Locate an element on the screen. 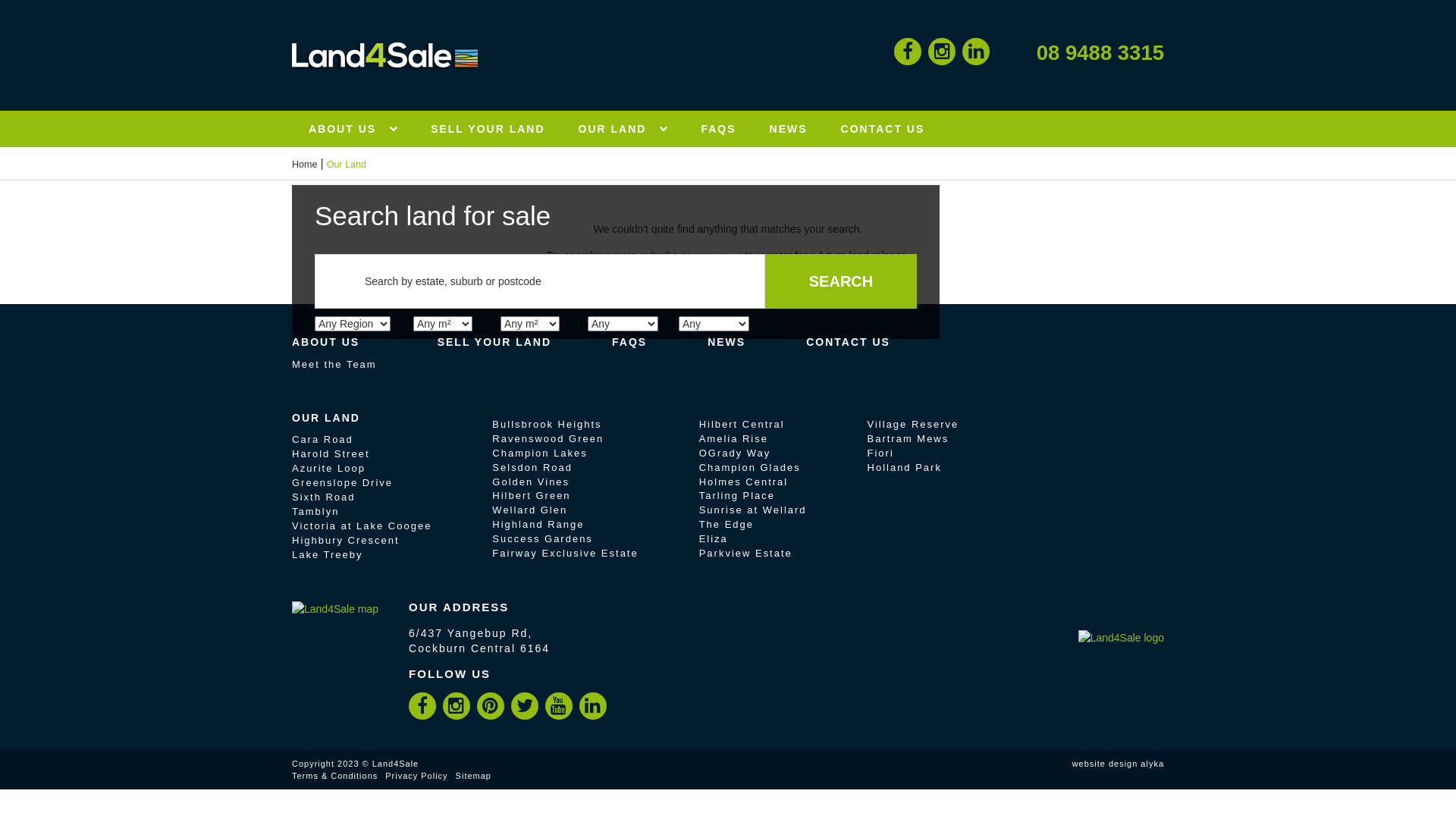 This screenshot has height=819, width=1456. 'Golden Vines' is located at coordinates (491, 482).